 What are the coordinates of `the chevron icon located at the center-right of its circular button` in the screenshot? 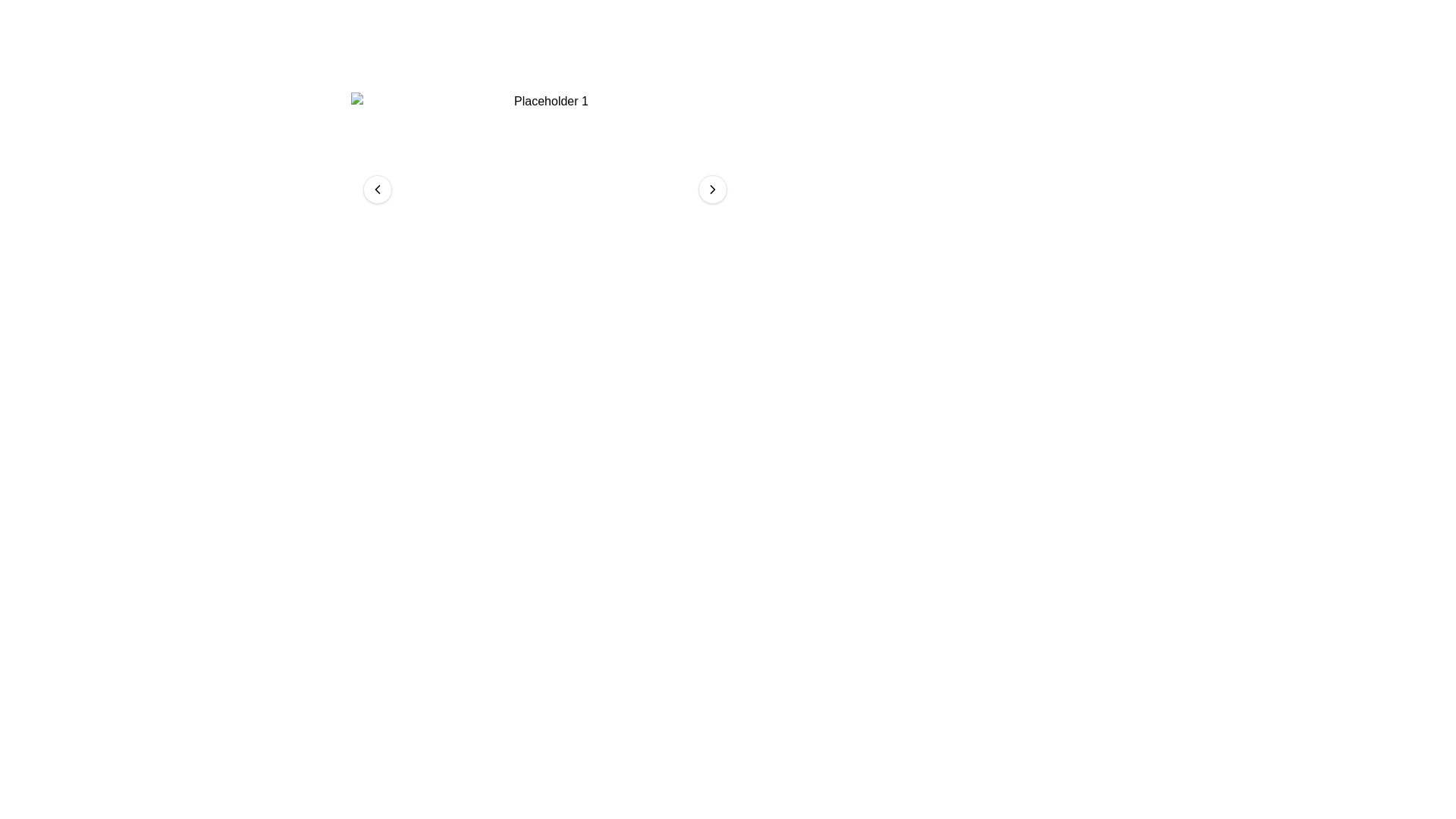 It's located at (712, 189).